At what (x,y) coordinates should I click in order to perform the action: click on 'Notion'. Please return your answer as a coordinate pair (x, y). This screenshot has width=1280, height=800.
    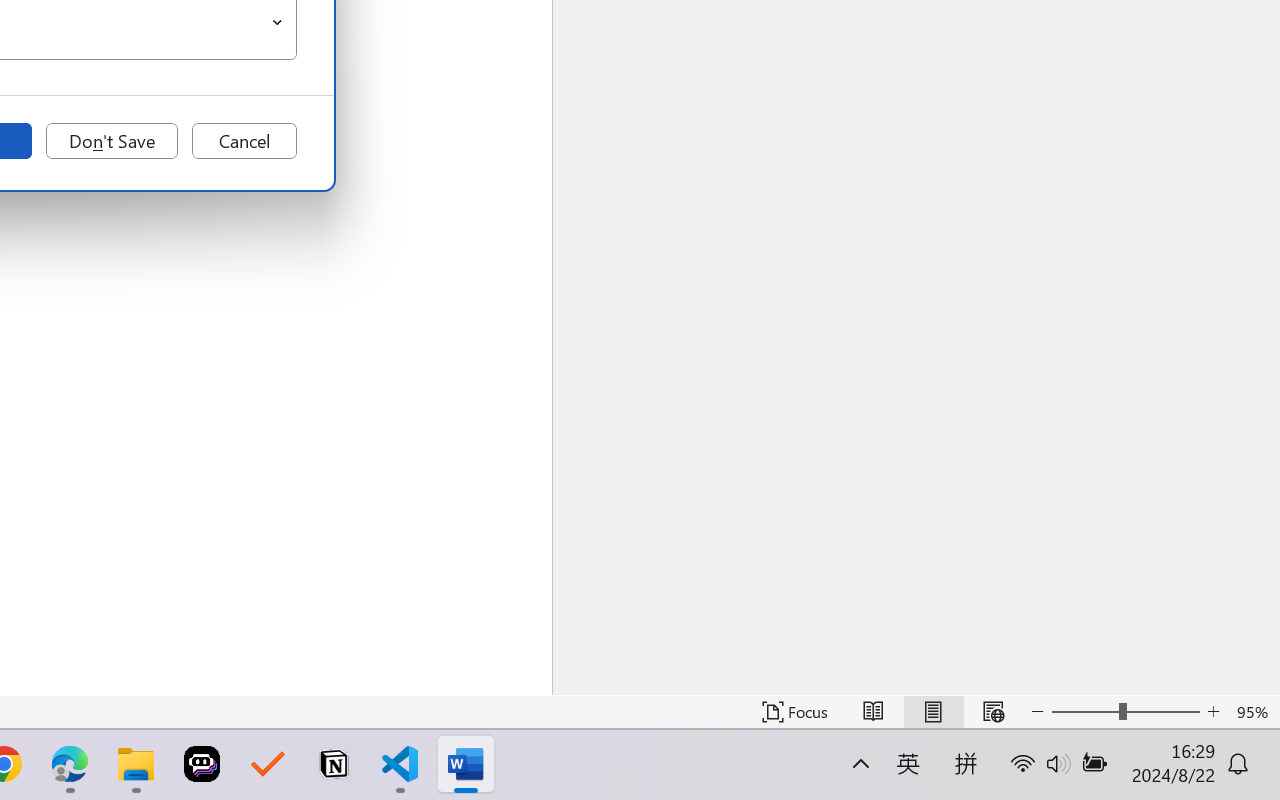
    Looking at the image, I should click on (334, 764).